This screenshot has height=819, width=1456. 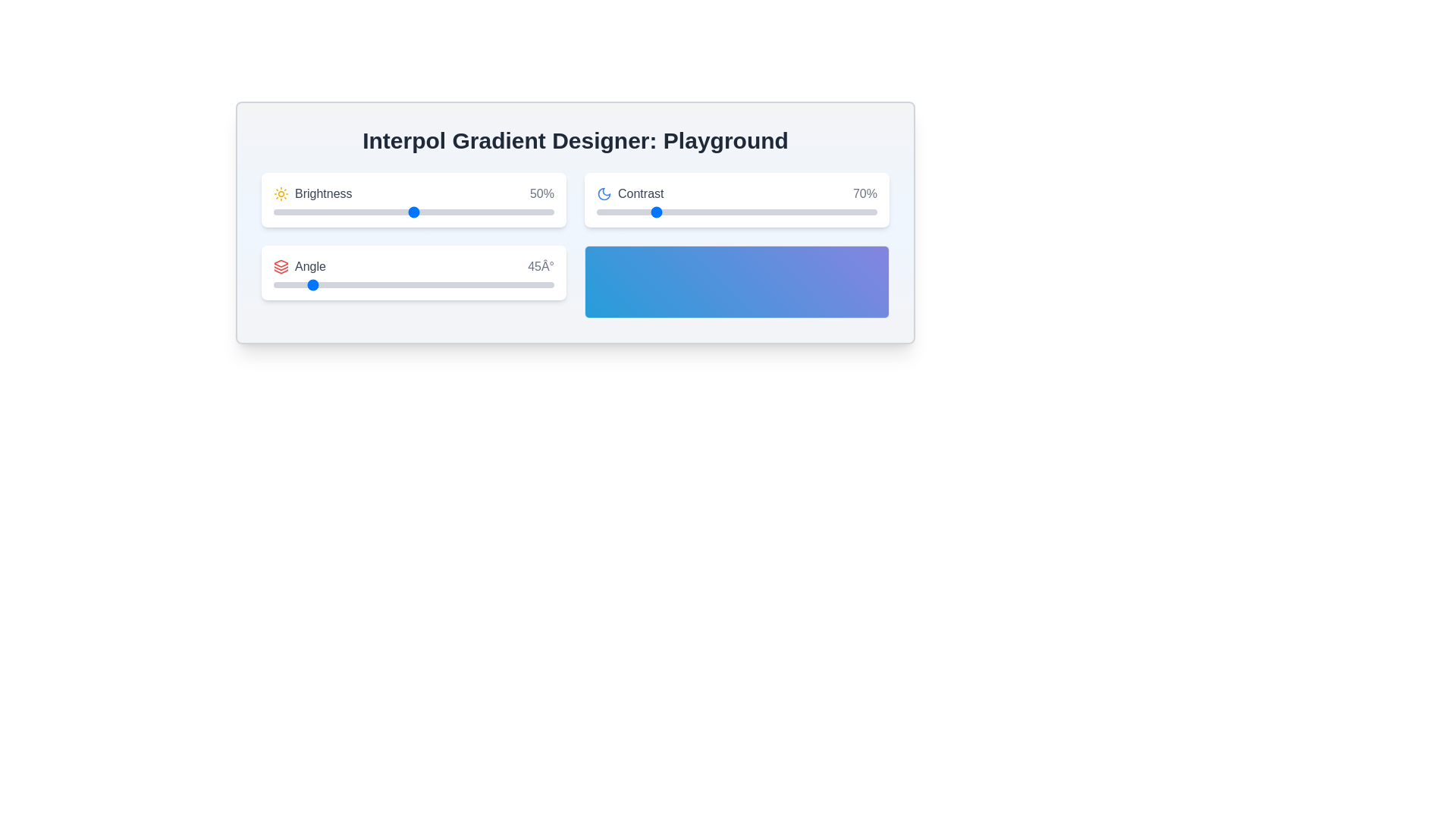 What do you see at coordinates (510, 284) in the screenshot?
I see `the angle` at bounding box center [510, 284].